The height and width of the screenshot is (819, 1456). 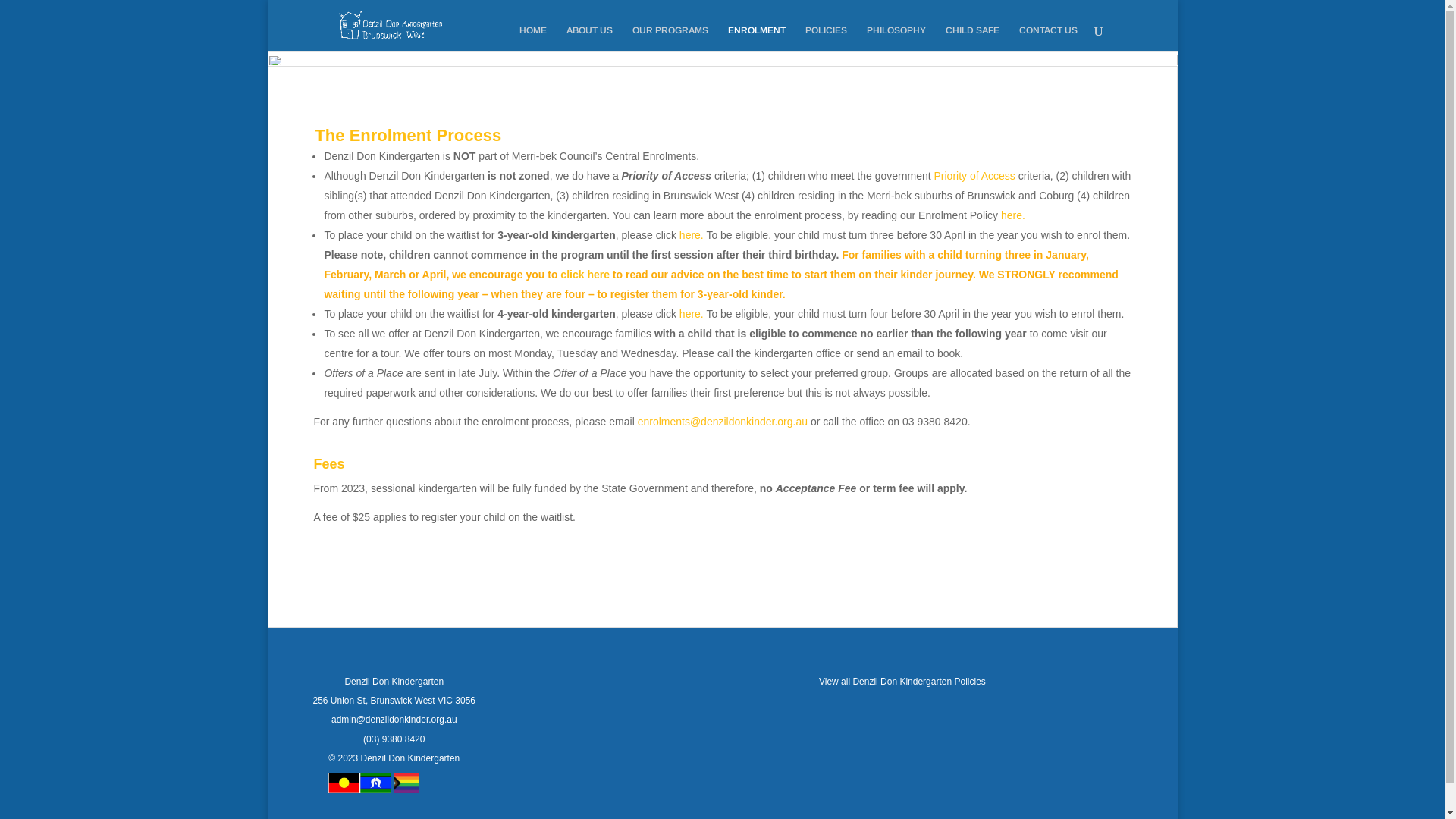 What do you see at coordinates (974, 174) in the screenshot?
I see `'Priority of Access'` at bounding box center [974, 174].